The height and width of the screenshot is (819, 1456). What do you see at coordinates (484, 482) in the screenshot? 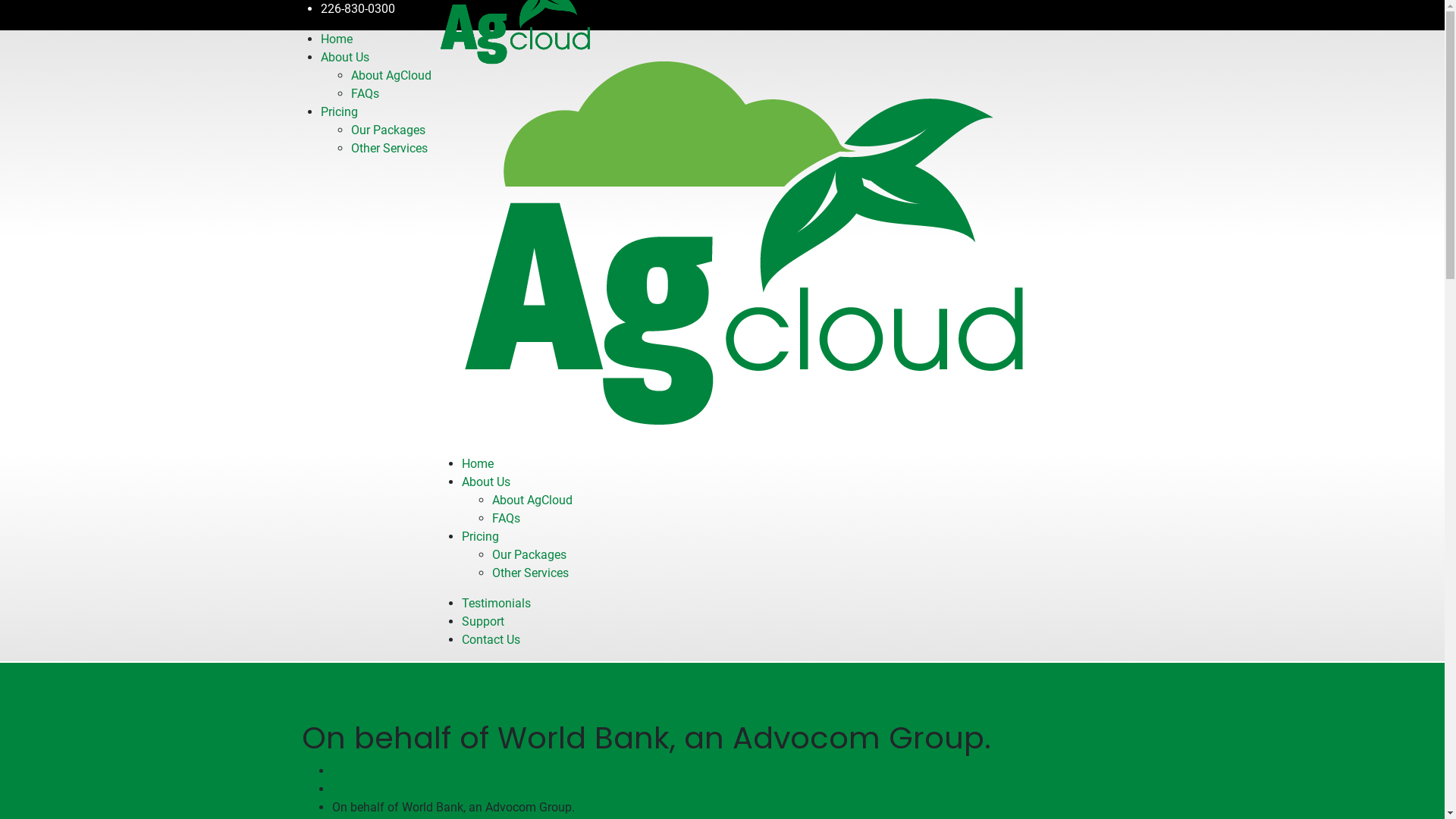
I see `'About Us'` at bounding box center [484, 482].